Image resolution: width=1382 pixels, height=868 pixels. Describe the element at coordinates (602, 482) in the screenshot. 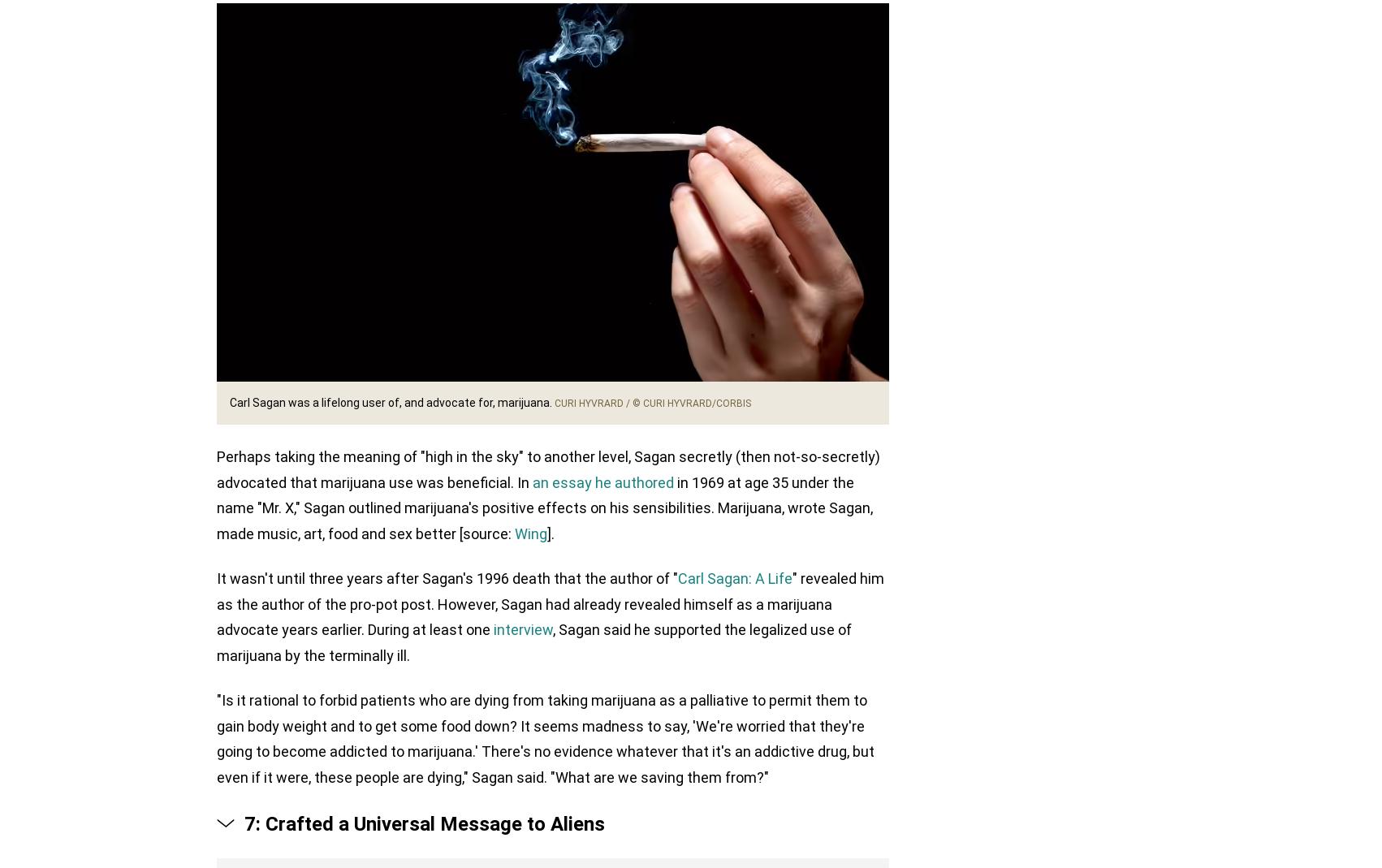

I see `'an essay he authored'` at that location.